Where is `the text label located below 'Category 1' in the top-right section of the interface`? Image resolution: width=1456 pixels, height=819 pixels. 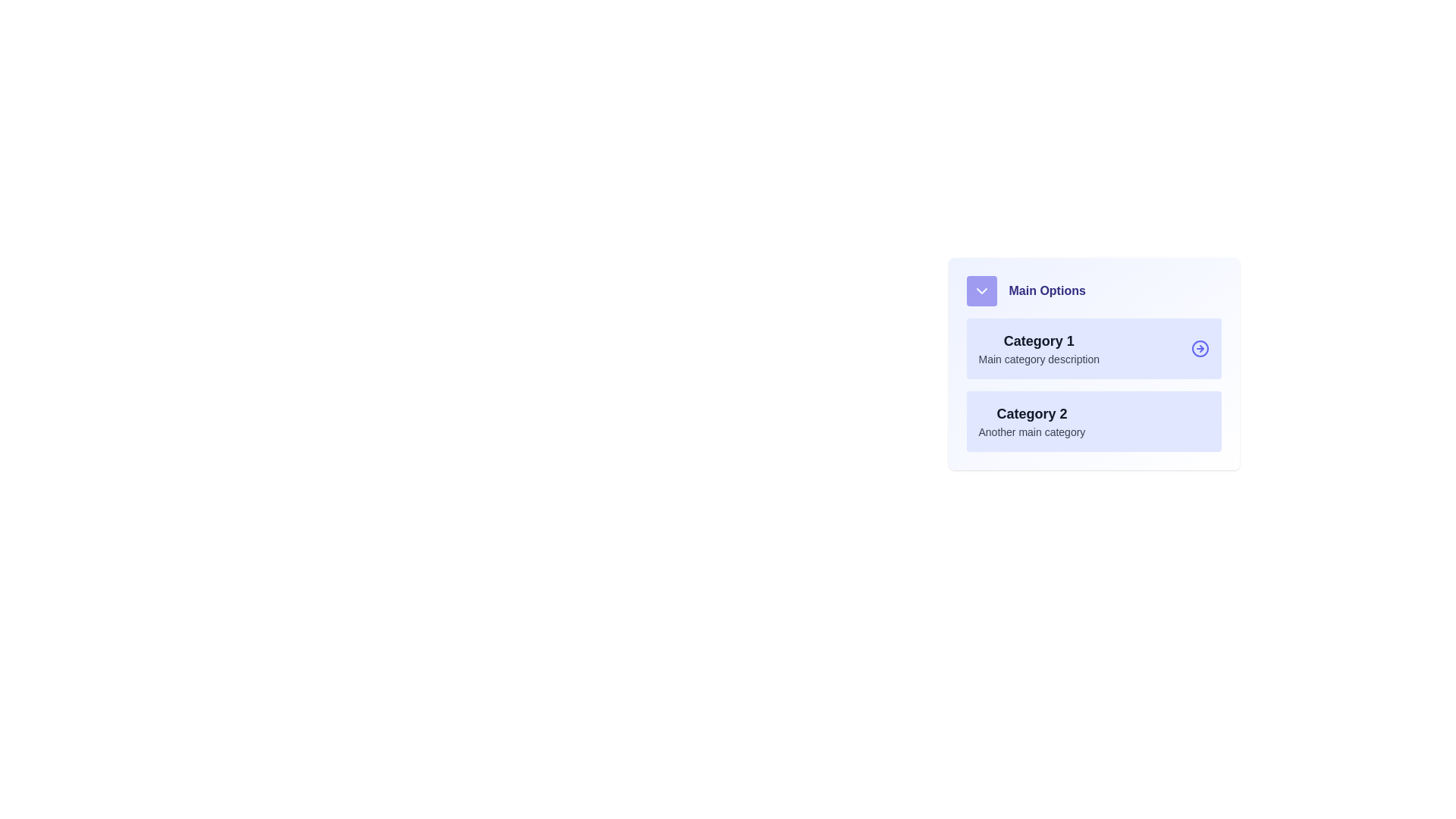 the text label located below 'Category 1' in the top-right section of the interface is located at coordinates (1038, 359).